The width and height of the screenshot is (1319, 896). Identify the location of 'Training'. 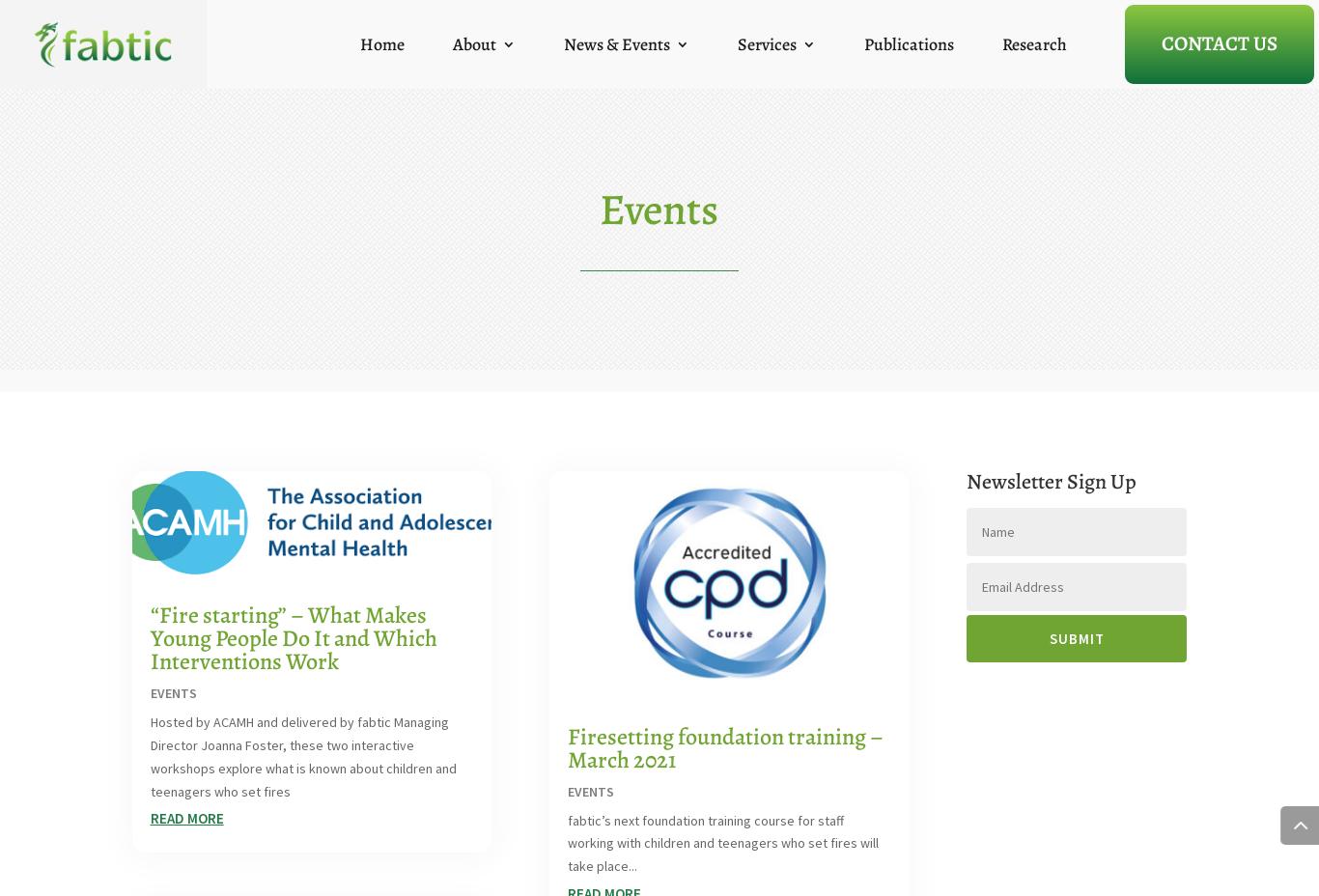
(764, 115).